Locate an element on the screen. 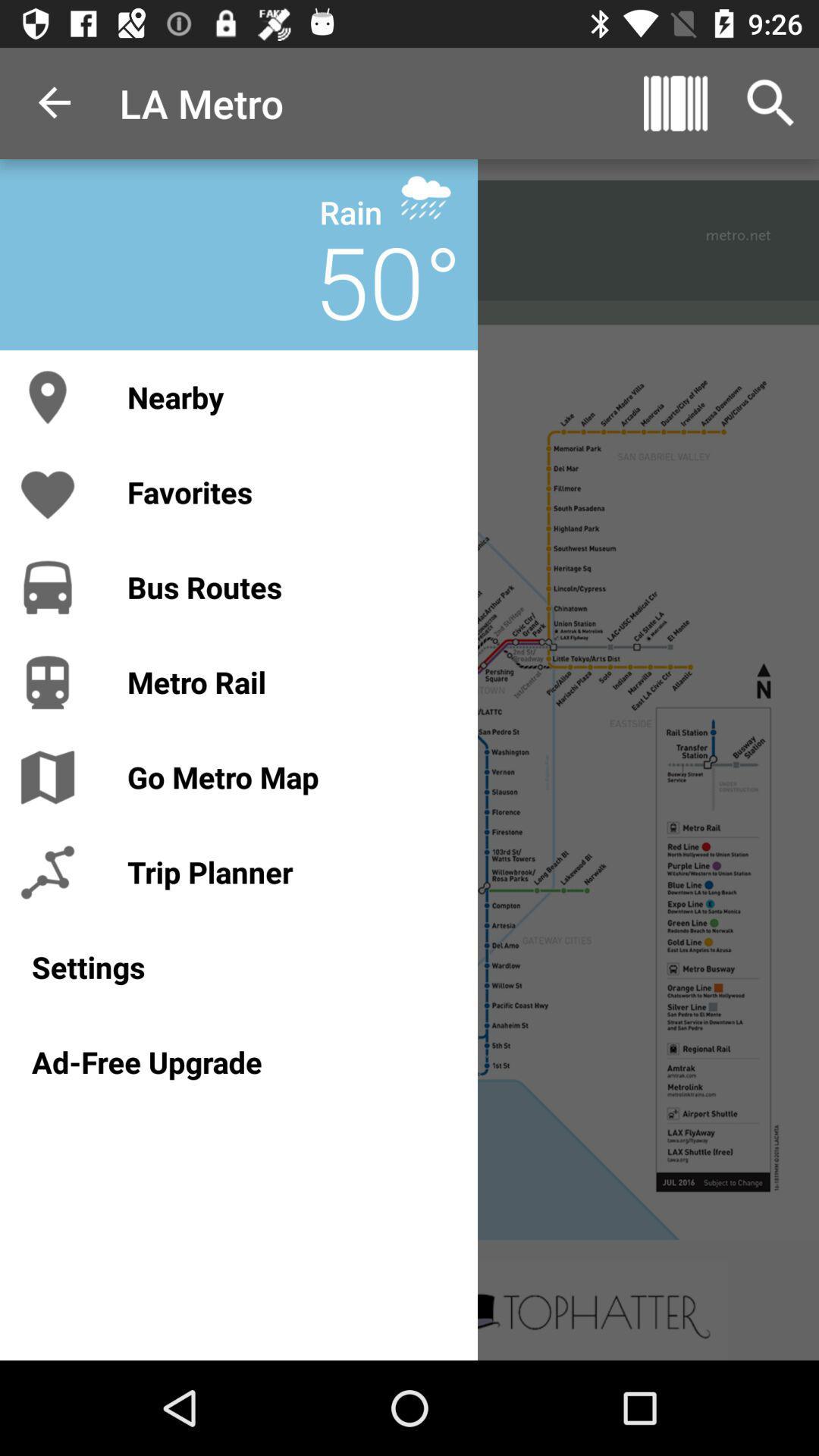 This screenshot has width=819, height=1456. ad-free upgrade icon is located at coordinates (239, 1061).